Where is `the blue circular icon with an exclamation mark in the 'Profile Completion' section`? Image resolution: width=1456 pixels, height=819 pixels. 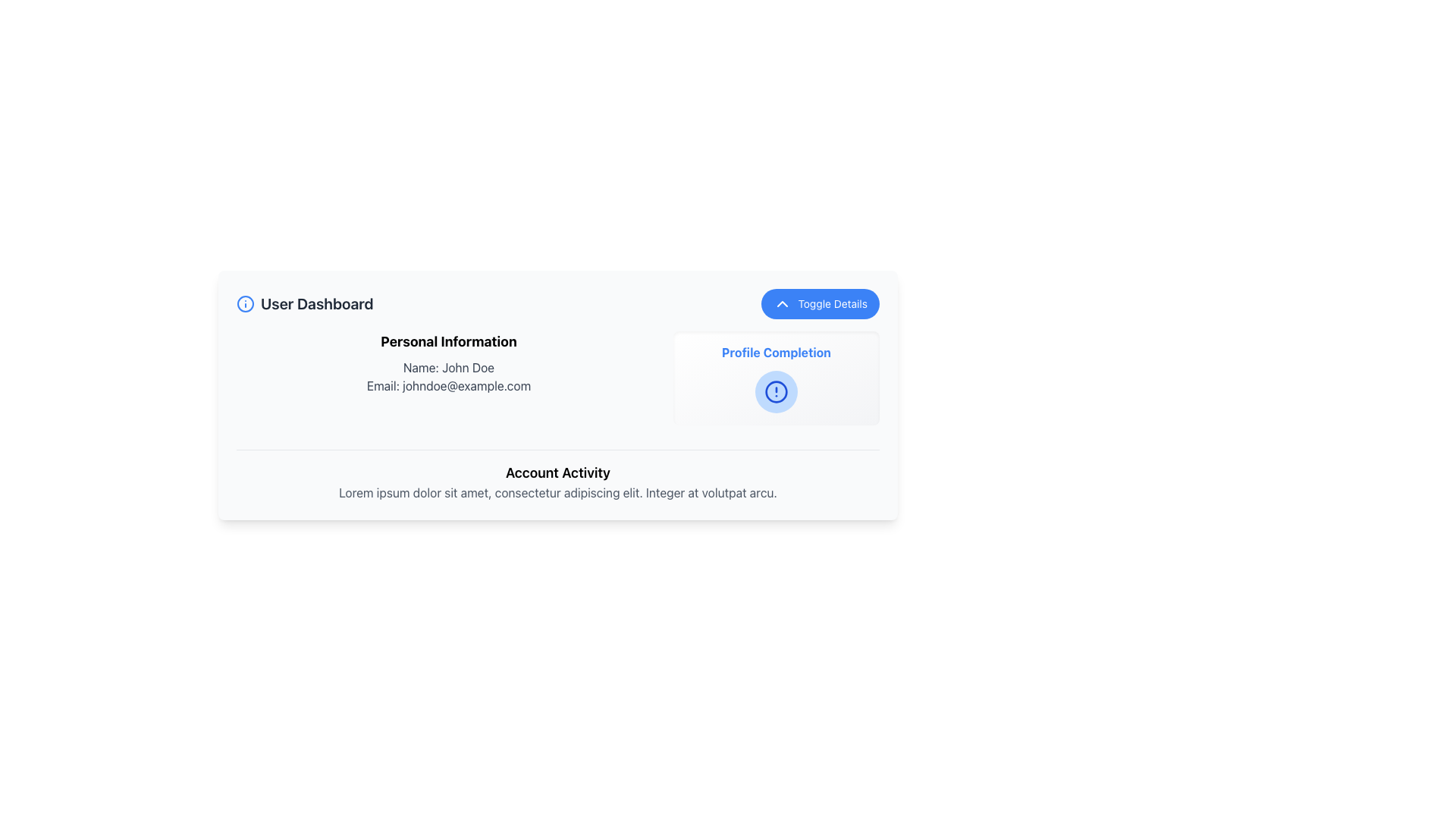 the blue circular icon with an exclamation mark in the 'Profile Completion' section is located at coordinates (776, 391).